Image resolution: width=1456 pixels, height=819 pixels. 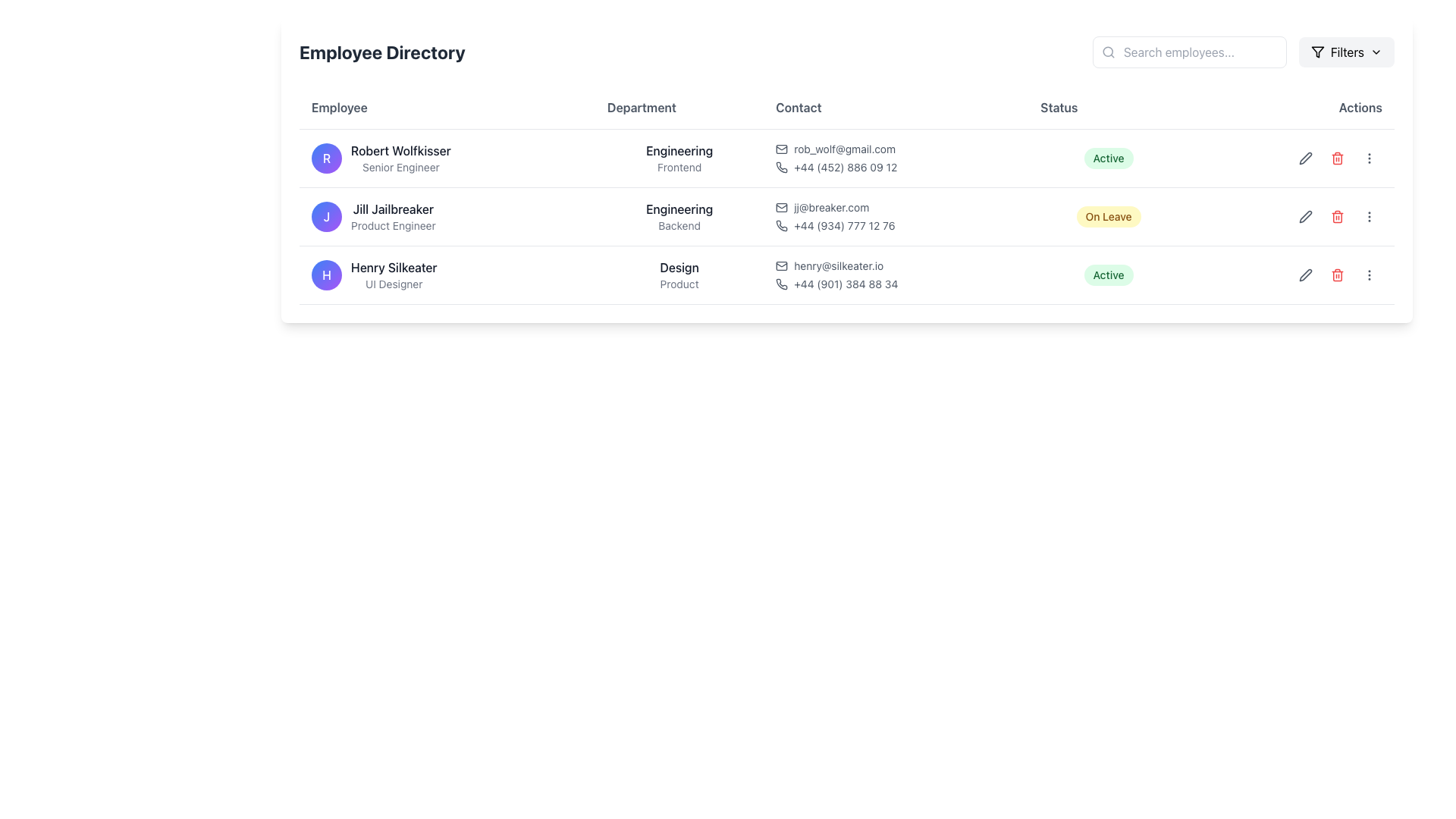 What do you see at coordinates (782, 265) in the screenshot?
I see `the envelope icon representing email in the 'Contact' column of the employee directory for 'Henry Silkeater.'` at bounding box center [782, 265].